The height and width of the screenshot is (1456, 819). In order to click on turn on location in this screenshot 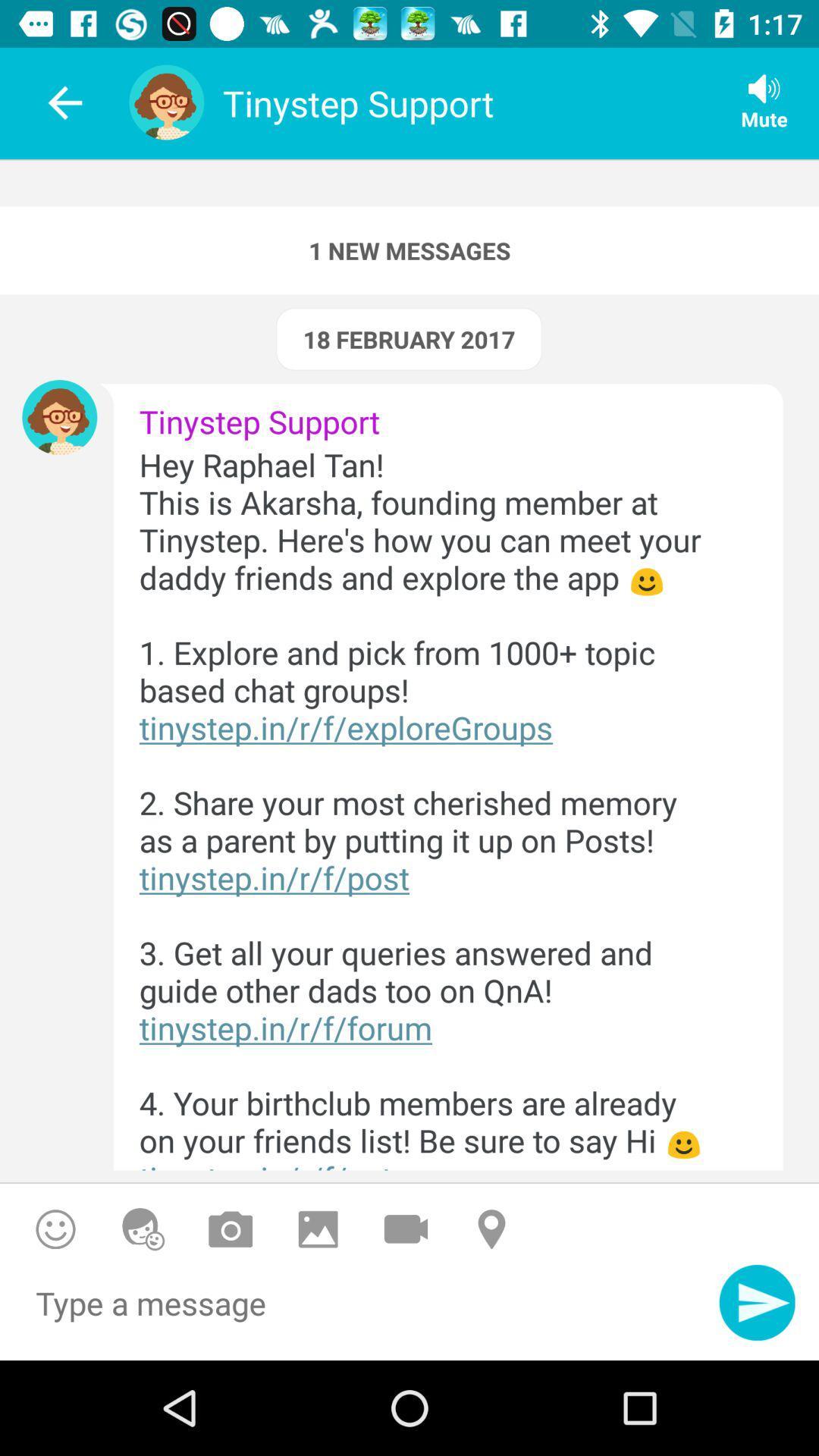, I will do `click(494, 1229)`.